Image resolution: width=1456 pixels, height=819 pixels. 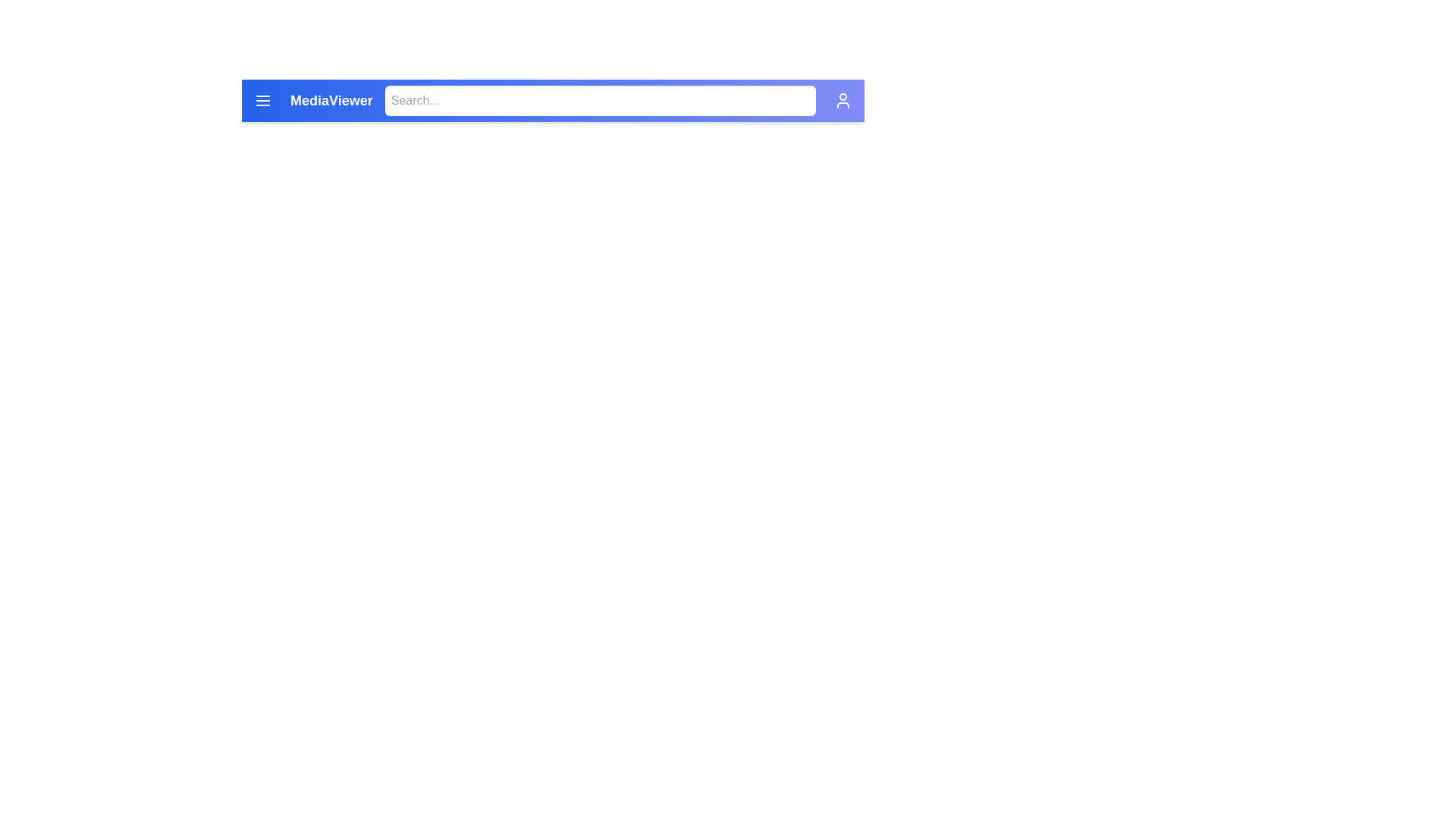 What do you see at coordinates (262, 100) in the screenshot?
I see `the menu toggle button located at the leftmost part of the horizontal navigation bar` at bounding box center [262, 100].